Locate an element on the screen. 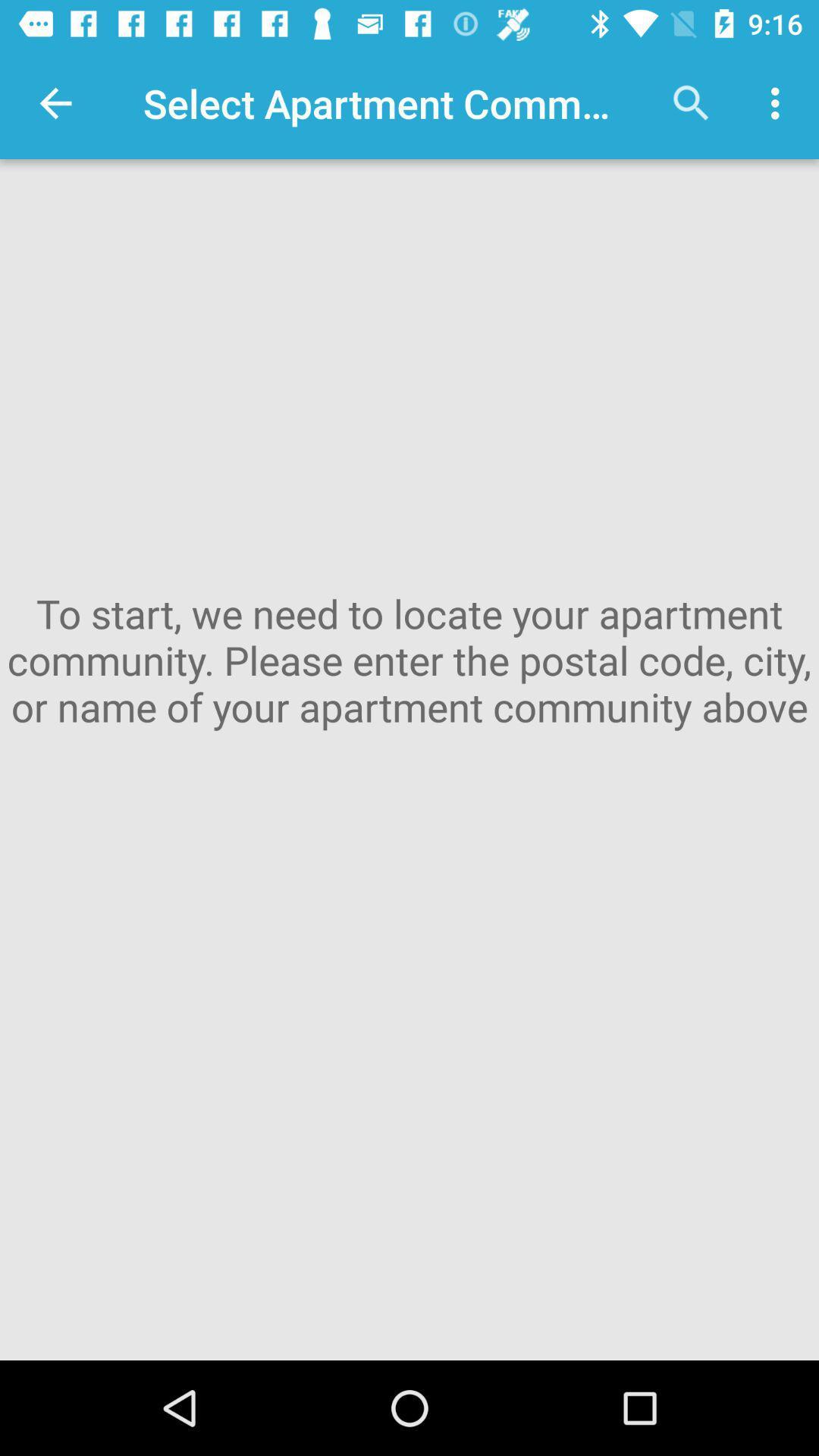 This screenshot has width=819, height=1456. item to the left of the select apartment community icon is located at coordinates (55, 102).